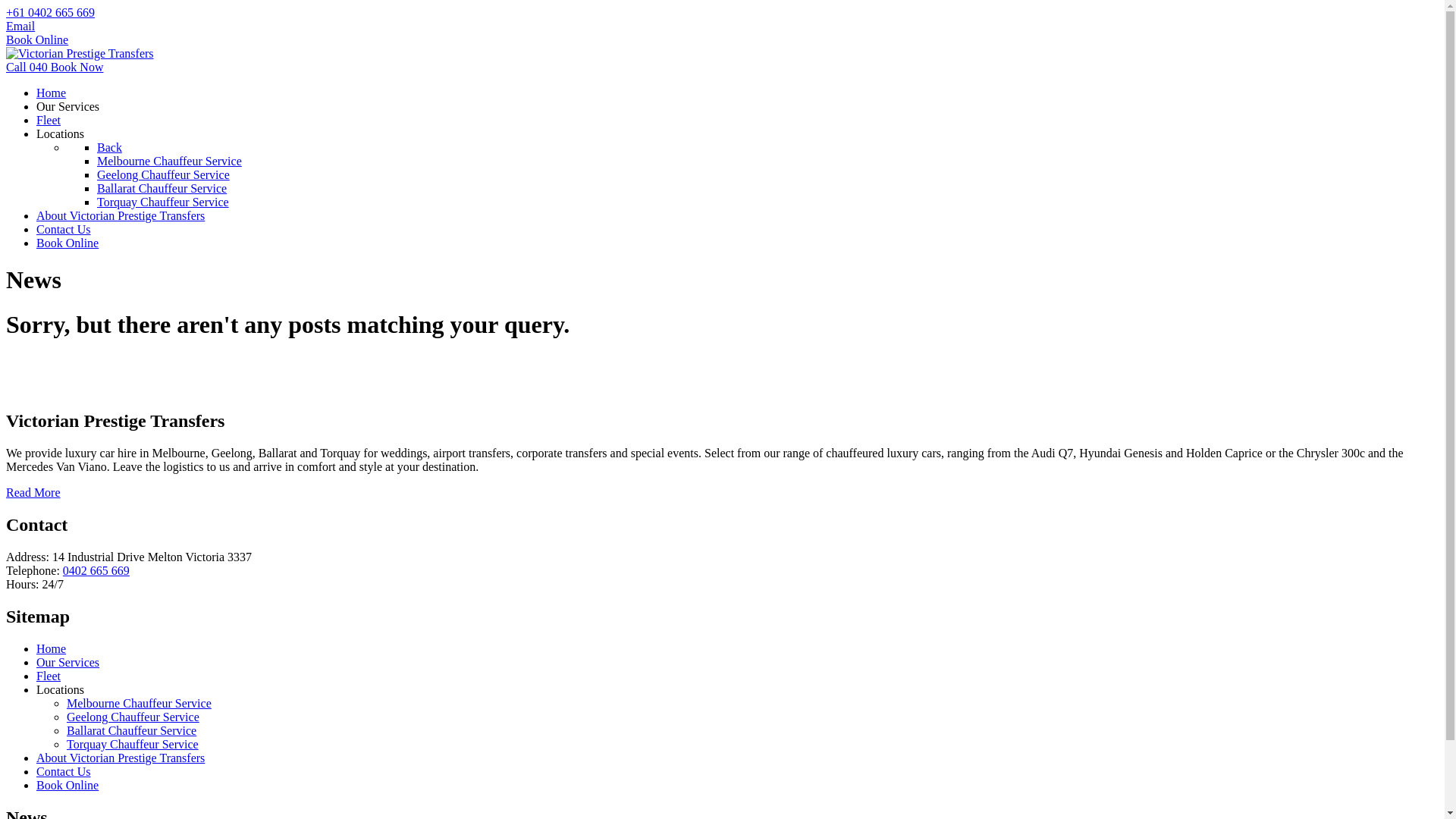 The height and width of the screenshot is (819, 1456). I want to click on '0402 665 669', so click(95, 570).